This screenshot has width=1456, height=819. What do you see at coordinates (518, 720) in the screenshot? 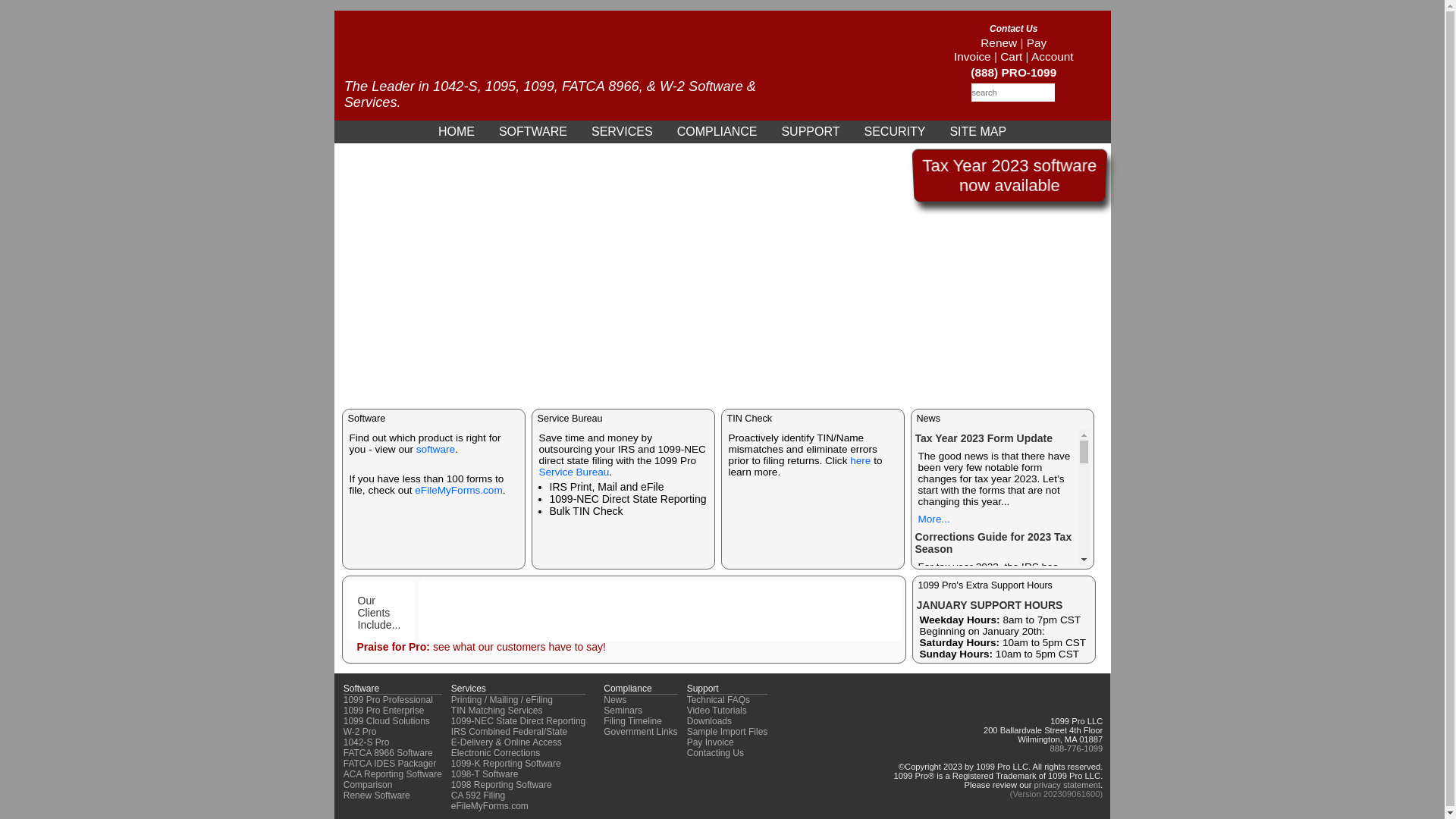
I see `'1099-NEC State Direct Reporting'` at bounding box center [518, 720].